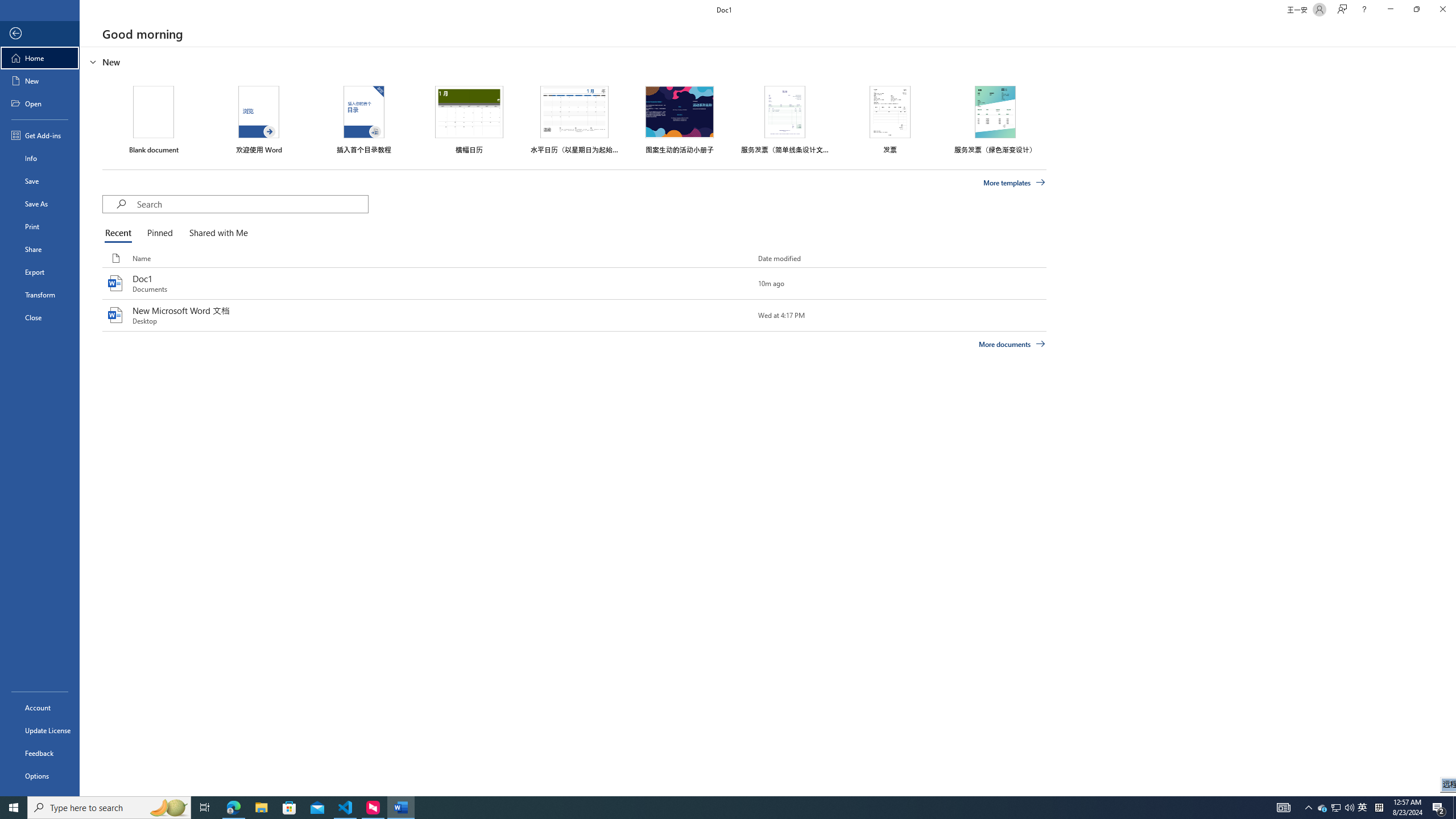 The width and height of the screenshot is (1456, 819). I want to click on 'More templates', so click(1015, 183).